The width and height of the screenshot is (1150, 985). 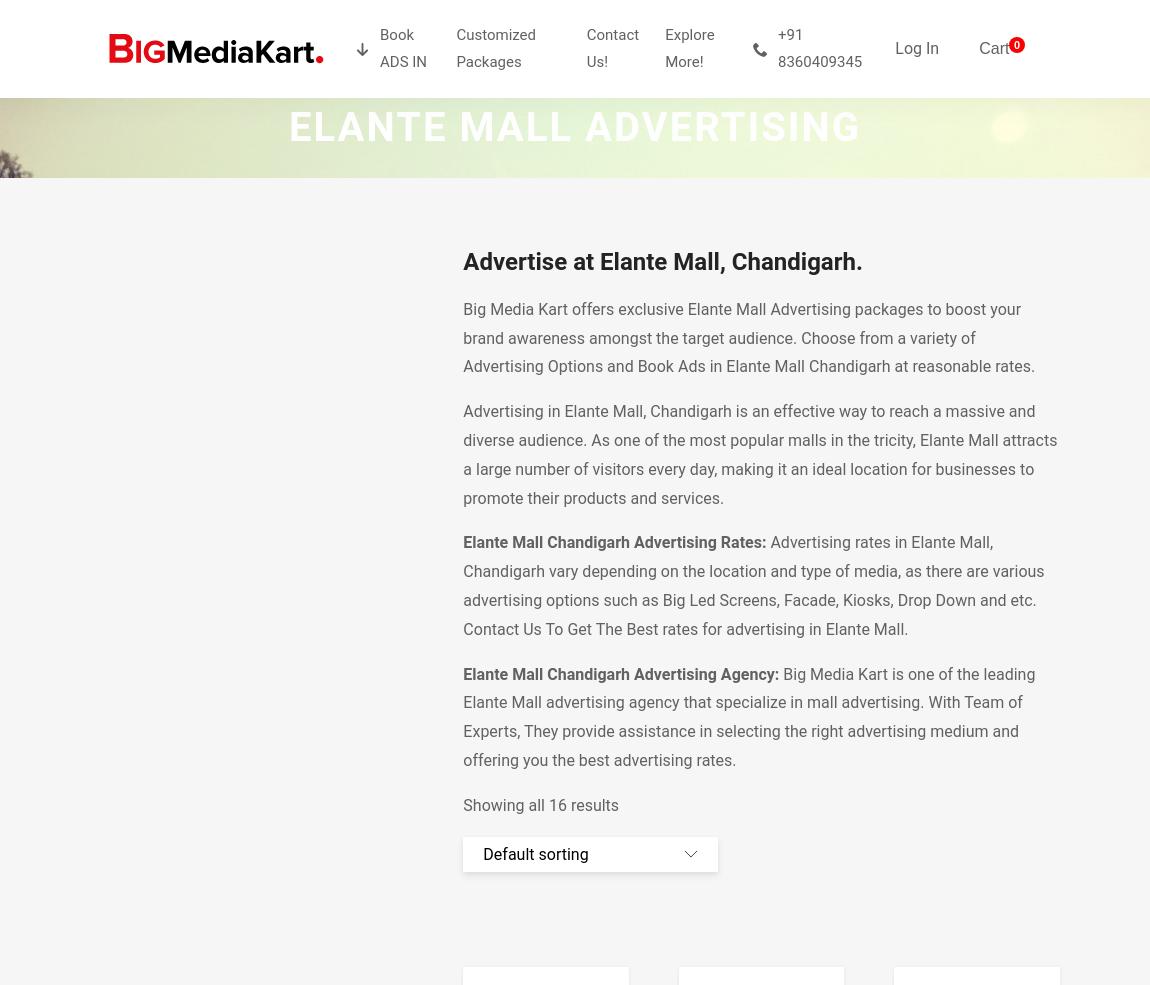 What do you see at coordinates (732, 150) in the screenshot?
I see `'IPL 2023 Advertising'` at bounding box center [732, 150].